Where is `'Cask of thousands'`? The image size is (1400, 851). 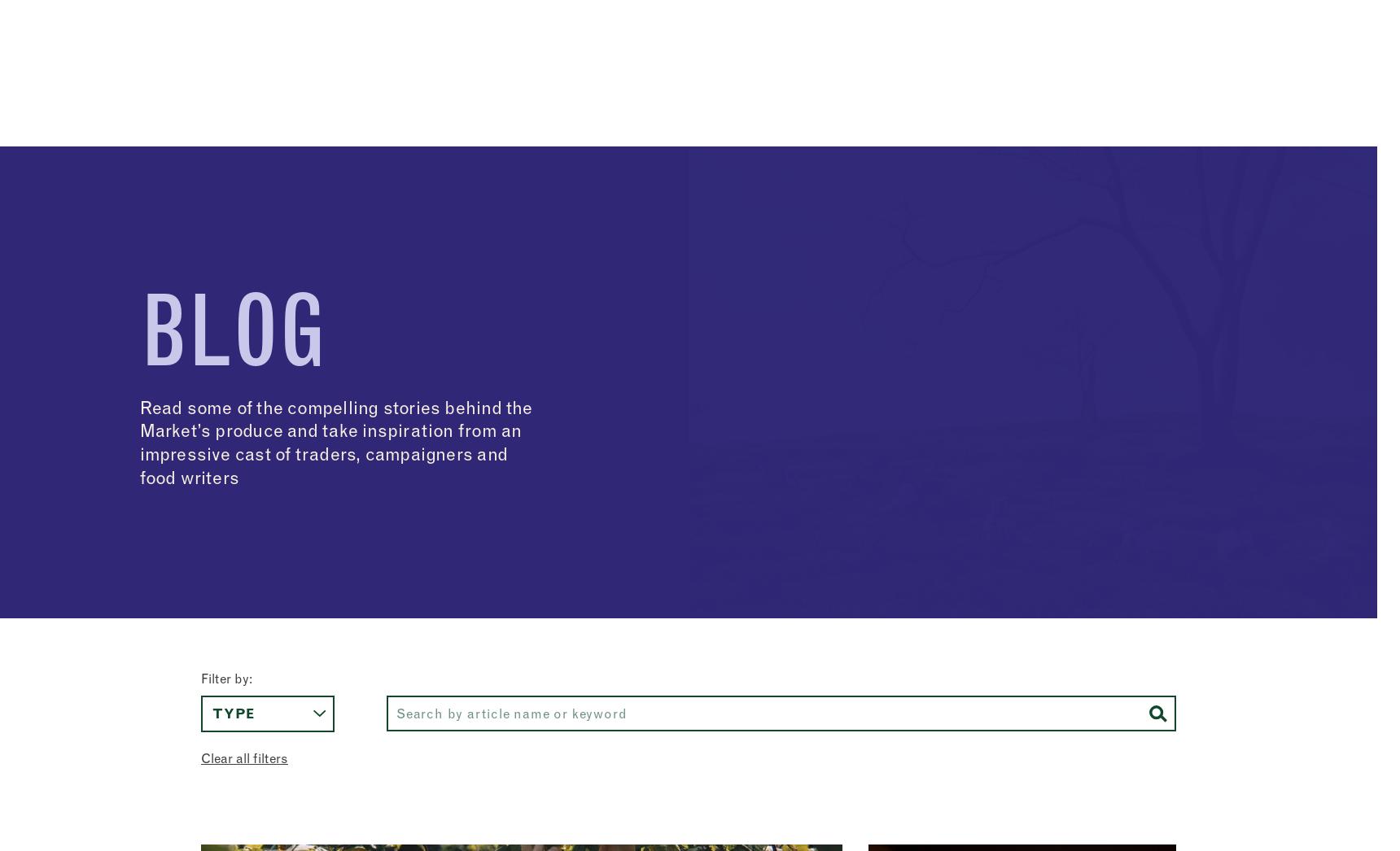 'Cask of thousands' is located at coordinates (282, 177).